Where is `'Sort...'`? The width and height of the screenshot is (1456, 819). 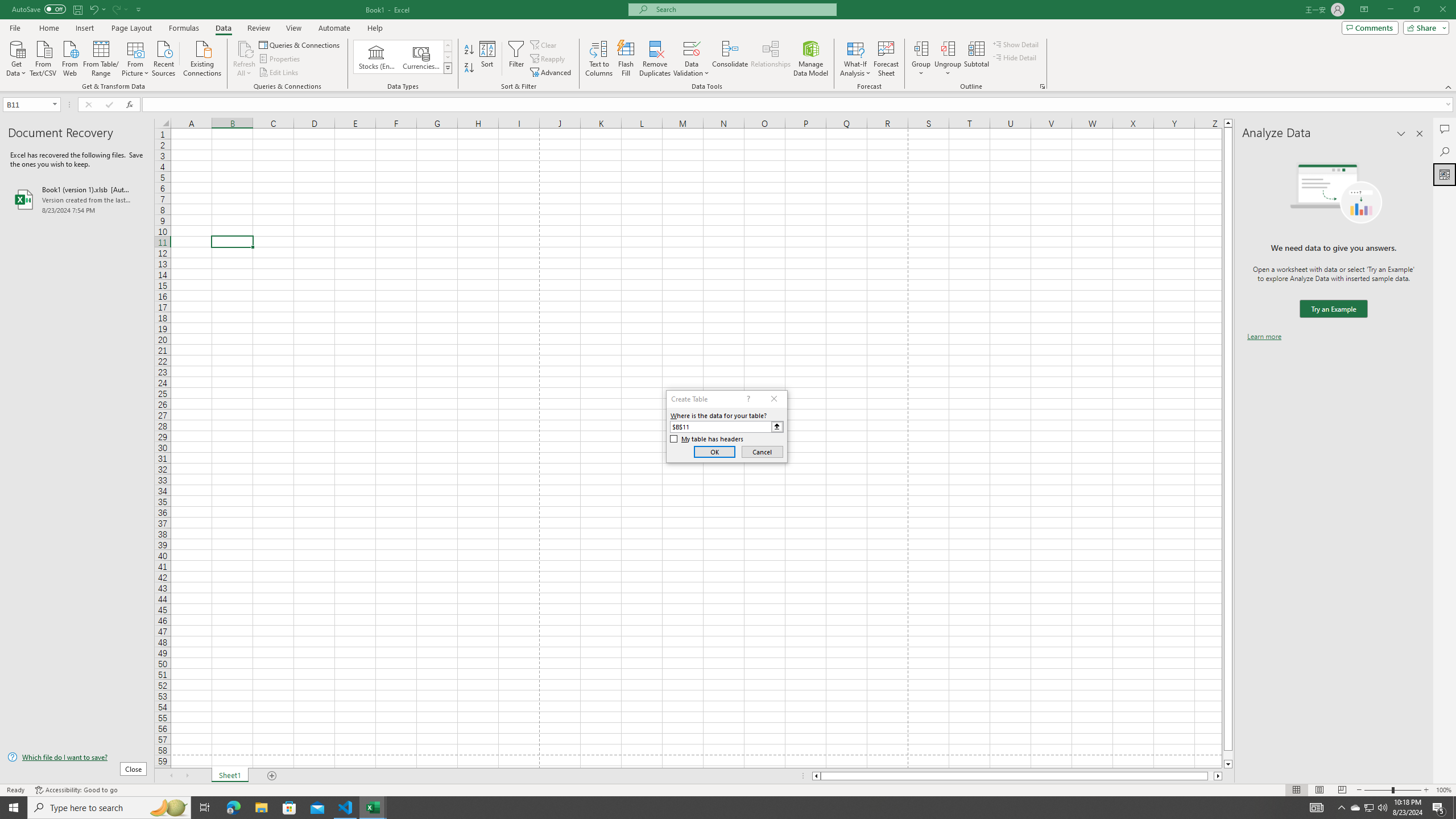 'Sort...' is located at coordinates (487, 59).